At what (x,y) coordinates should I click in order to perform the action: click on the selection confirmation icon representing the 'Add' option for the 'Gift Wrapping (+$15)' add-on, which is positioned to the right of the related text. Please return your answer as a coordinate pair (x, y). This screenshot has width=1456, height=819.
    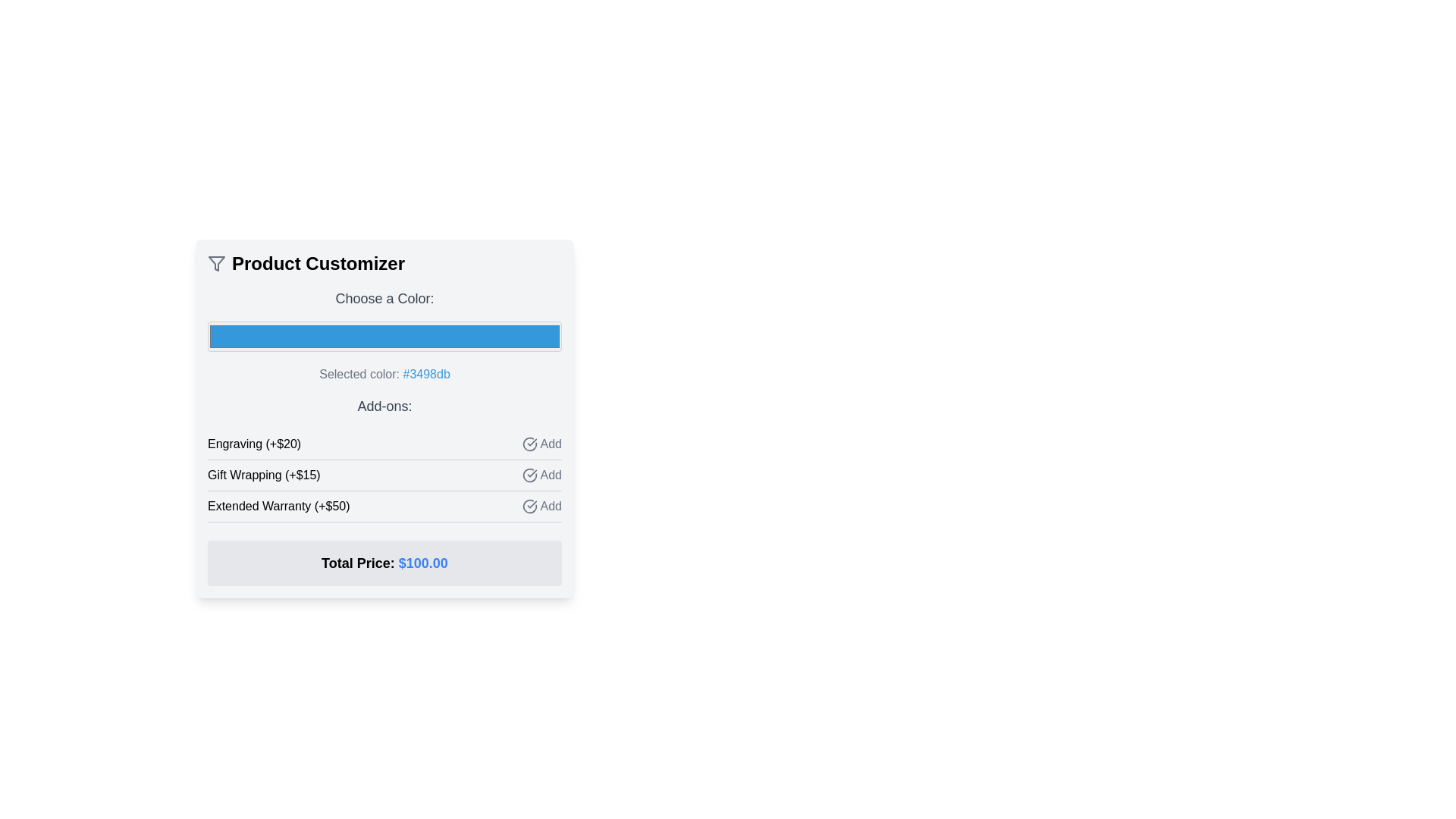
    Looking at the image, I should click on (529, 475).